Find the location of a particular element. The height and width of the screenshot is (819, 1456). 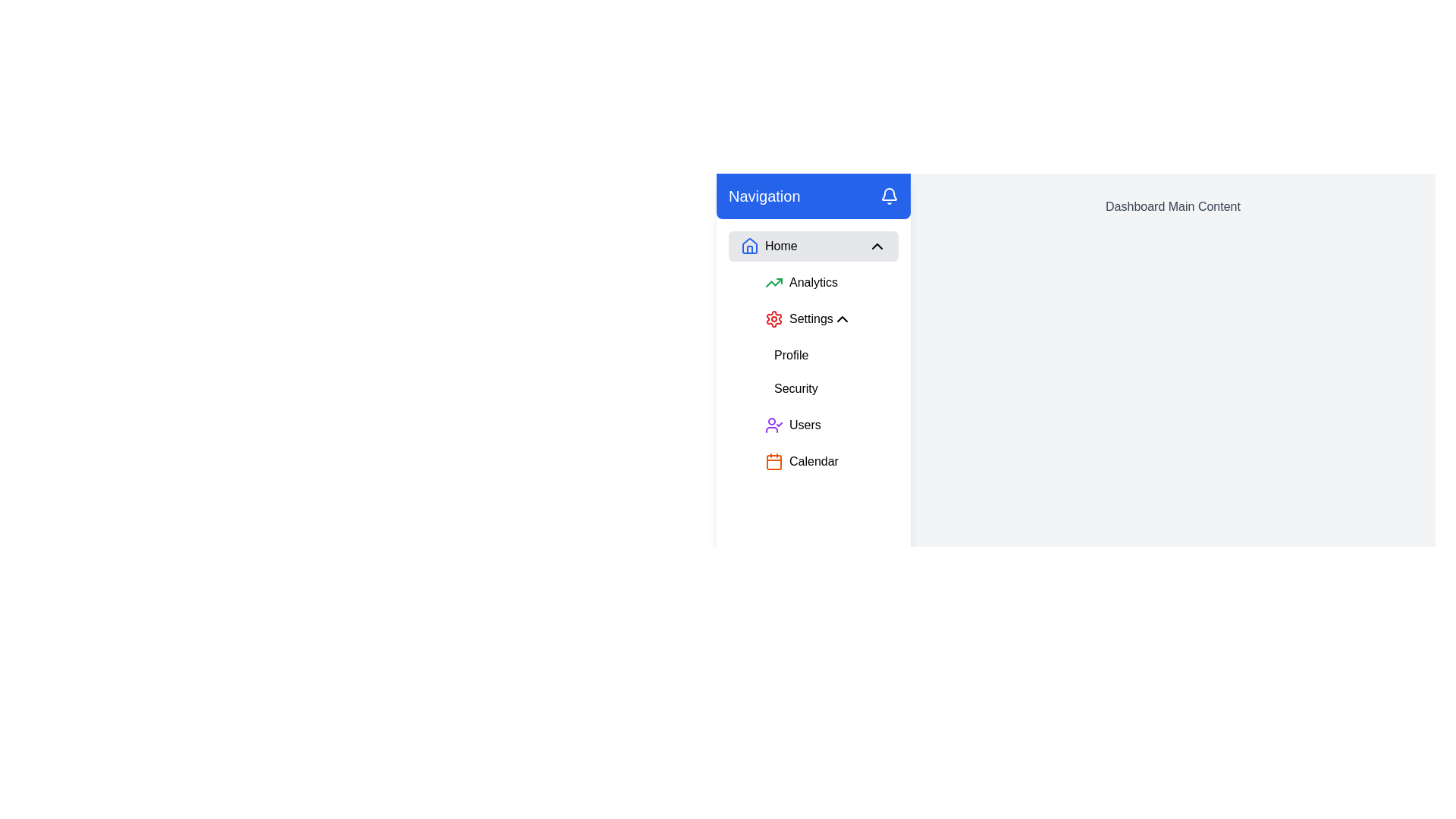

the vertical navigation menu located in the sidebar below the 'Home' section is located at coordinates (813, 372).